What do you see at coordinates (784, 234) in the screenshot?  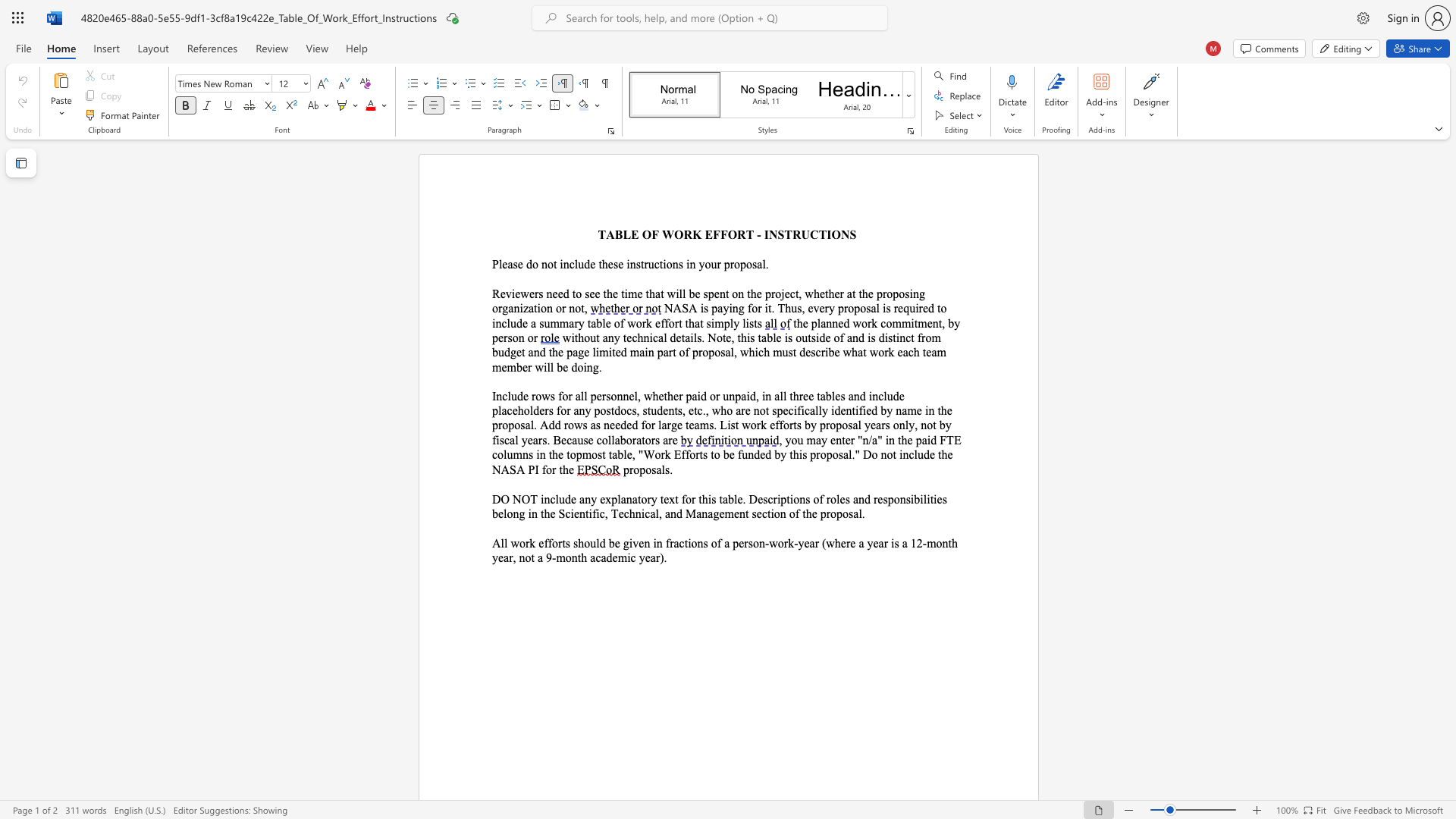 I see `the space between the continuous character "S" and "T" in the text` at bounding box center [784, 234].